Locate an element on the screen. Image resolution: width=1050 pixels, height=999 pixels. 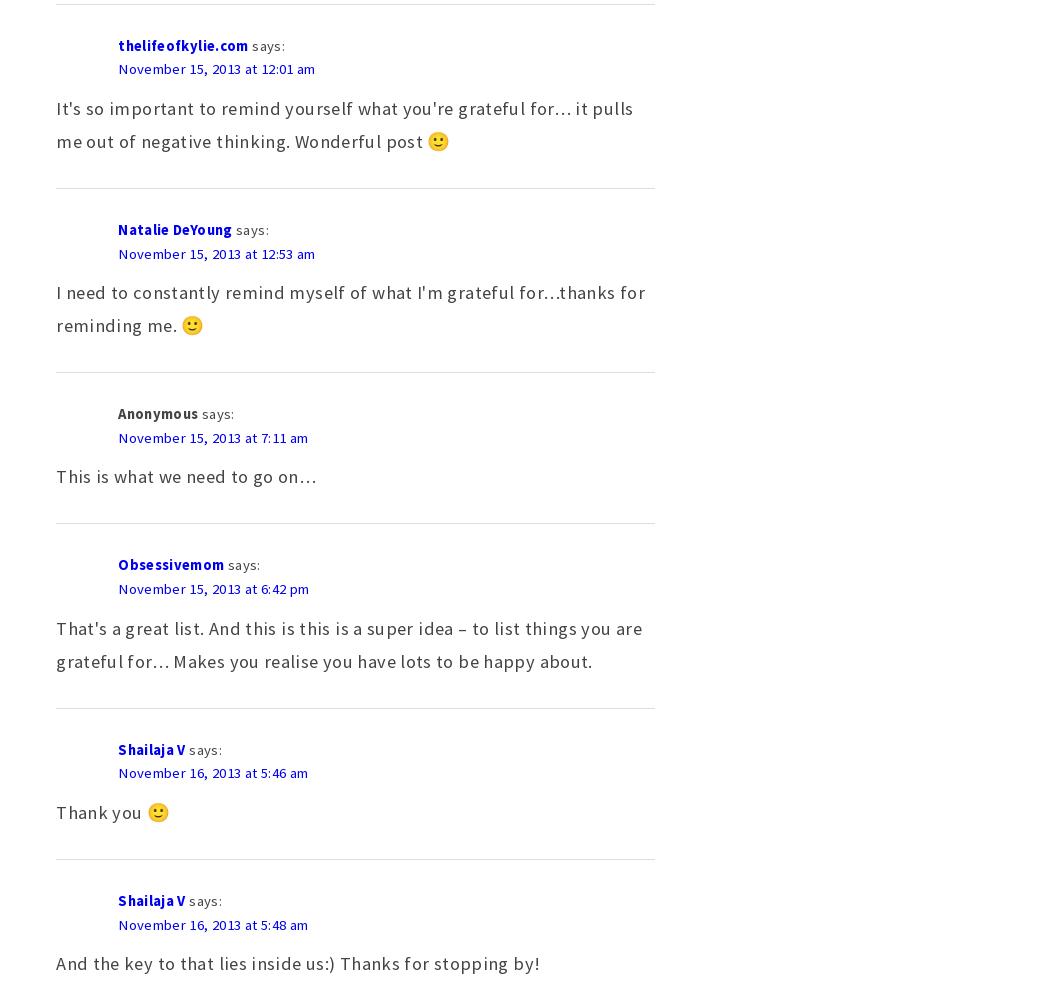
'November 15, 2013 at 12:53 am' is located at coordinates (215, 253).